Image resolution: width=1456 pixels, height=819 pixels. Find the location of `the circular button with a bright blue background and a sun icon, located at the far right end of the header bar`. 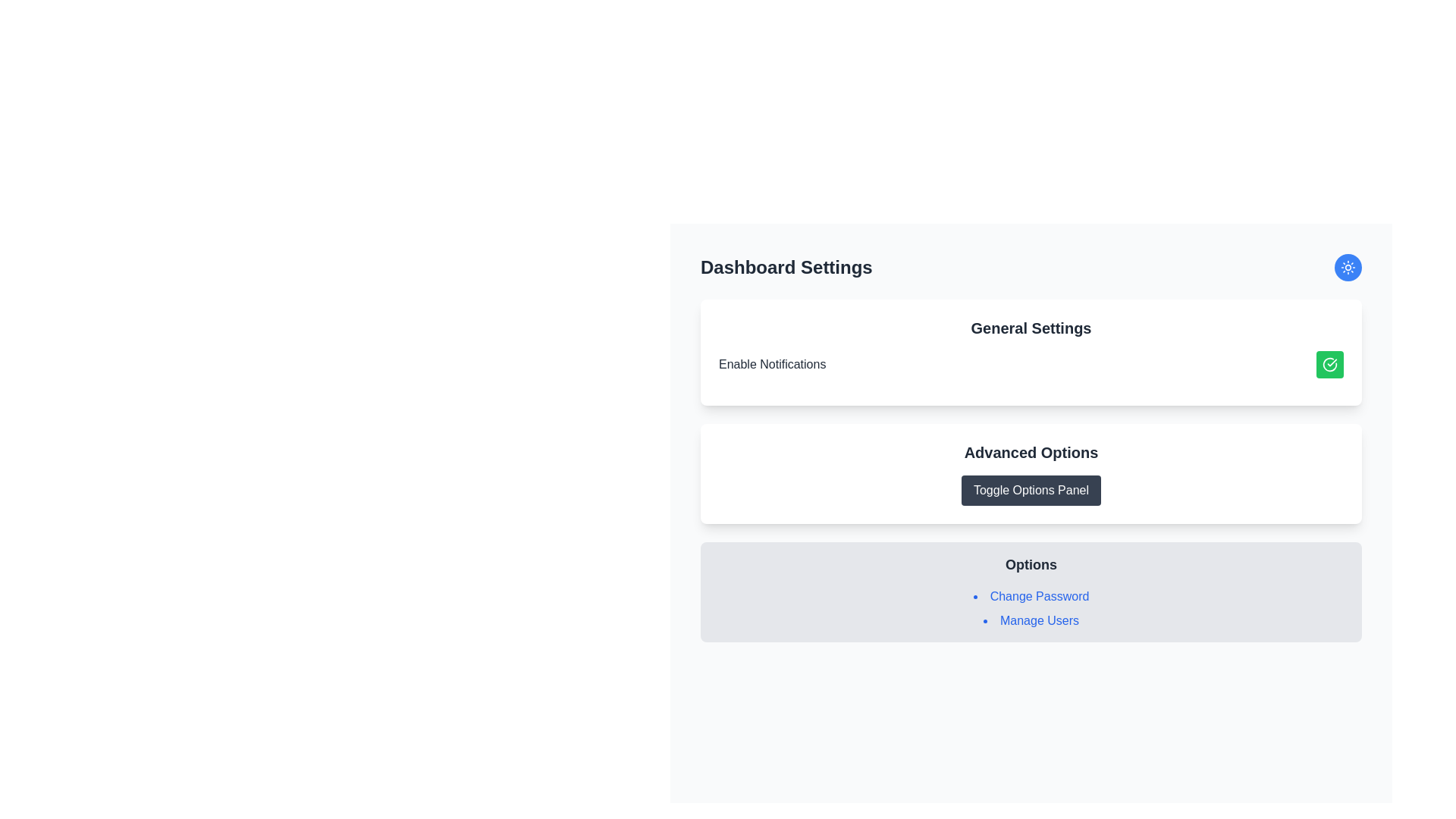

the circular button with a bright blue background and a sun icon, located at the far right end of the header bar is located at coordinates (1348, 267).